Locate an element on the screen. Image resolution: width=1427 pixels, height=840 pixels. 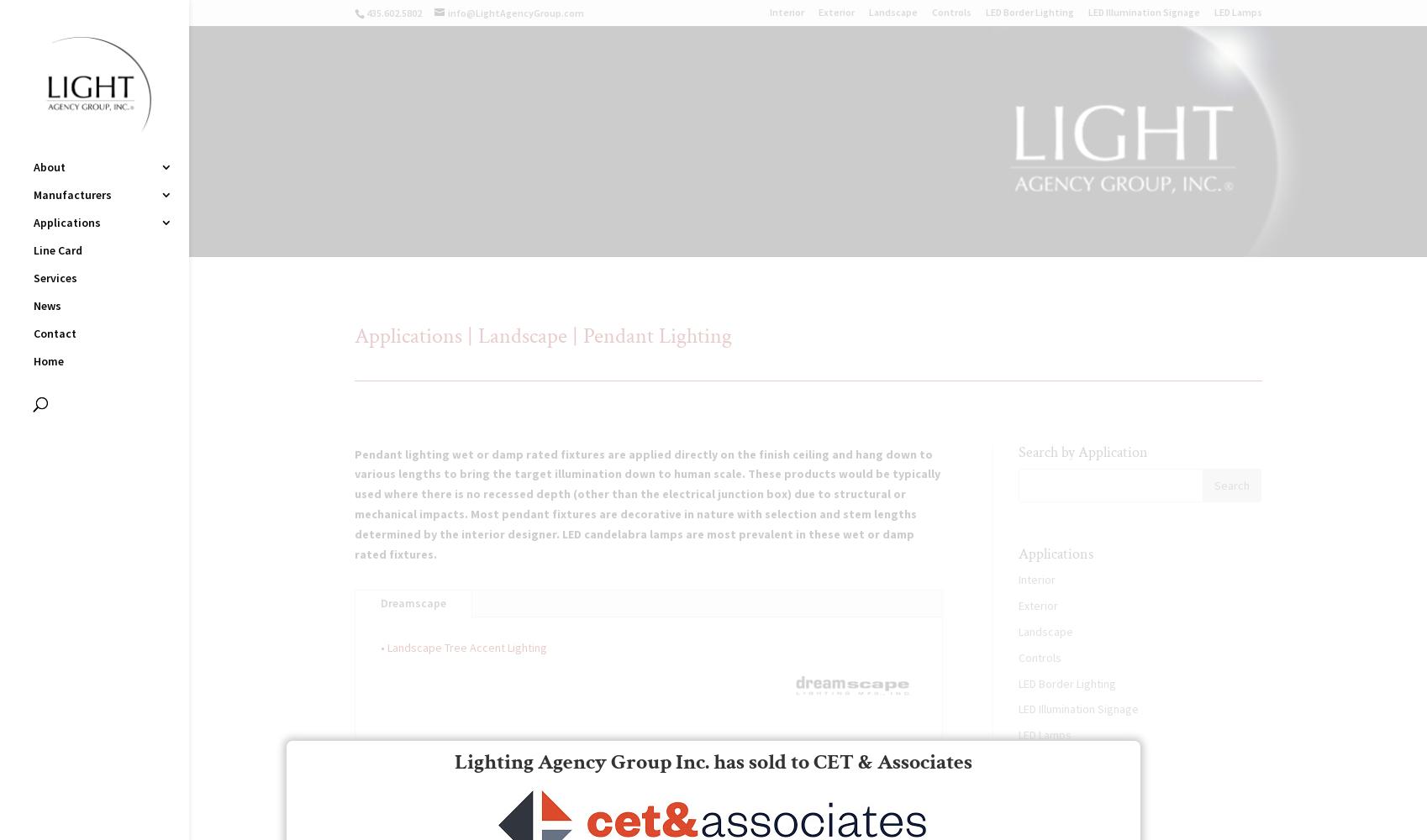
'Applications | Landscape | Pendant Lighting' is located at coordinates (541, 336).